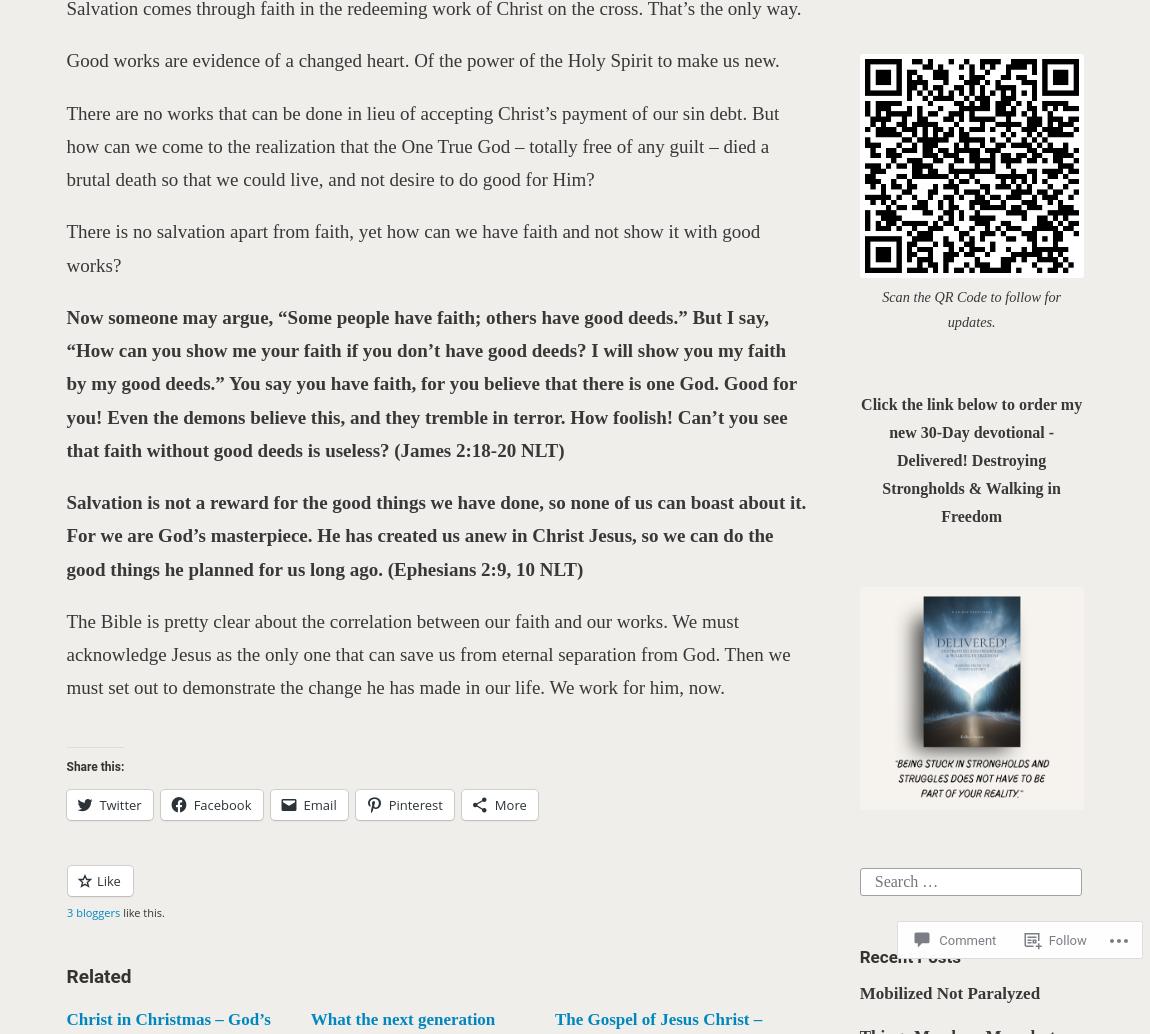 The width and height of the screenshot is (1150, 1034). What do you see at coordinates (431, 381) in the screenshot?
I see `'Now someone may argue, “Some people have faith; others have good deeds.” But I say, “How can you show me your faith if you don’t have good deeds? I will show you my faith by my good deeds.” You say you have faith, for you believe that there is one God. Good for you! Even the demons believe this, and they tremble in terror. How foolish! Can’t you see that faith without good deeds is useless? (James 2:18-20 NLT)'` at bounding box center [431, 381].